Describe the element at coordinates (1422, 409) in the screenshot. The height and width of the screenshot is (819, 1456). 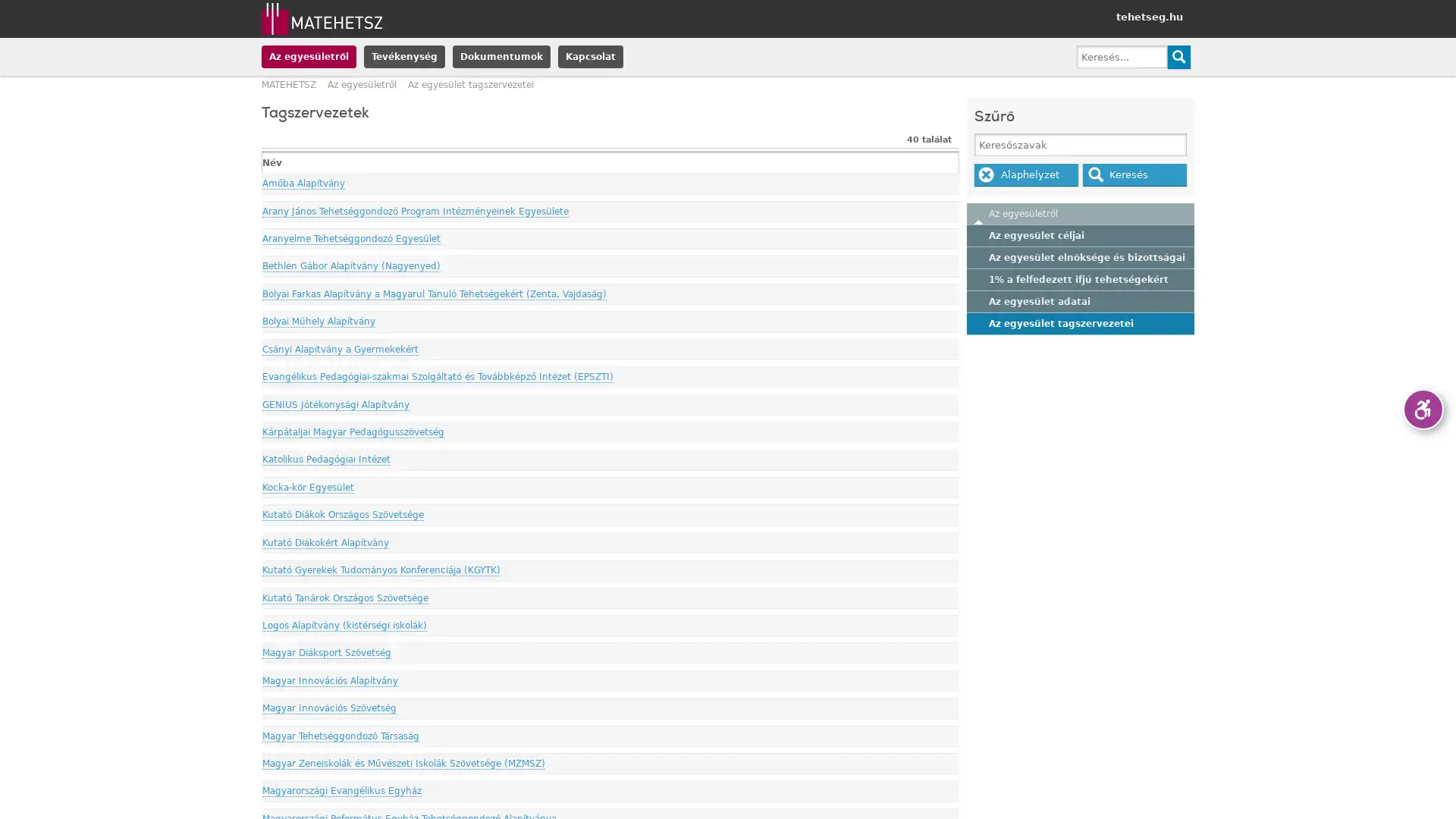
I see `Akadalymentes verzio` at that location.